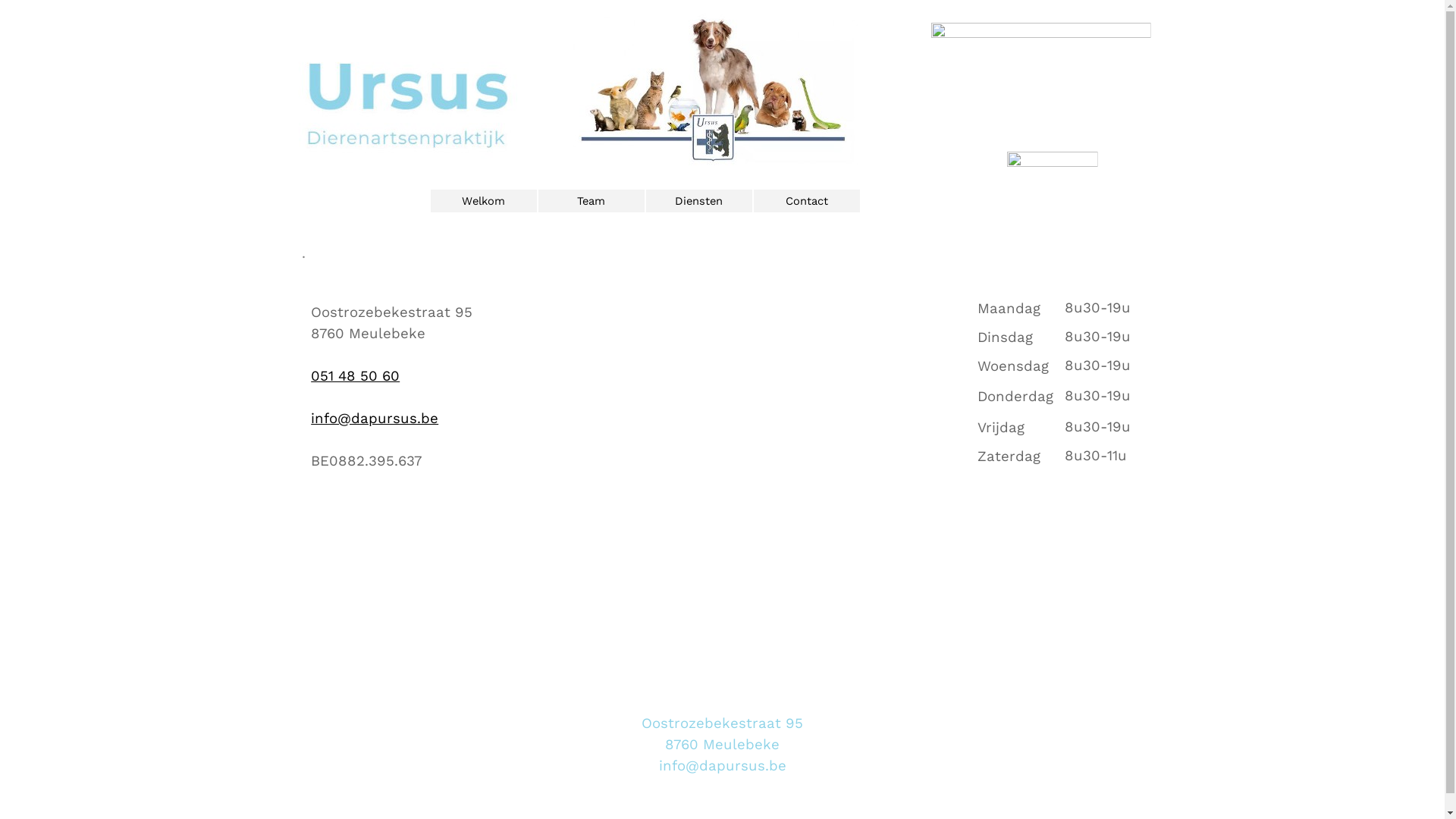 This screenshot has width=1456, height=819. What do you see at coordinates (805, 200) in the screenshot?
I see `'Contact'` at bounding box center [805, 200].